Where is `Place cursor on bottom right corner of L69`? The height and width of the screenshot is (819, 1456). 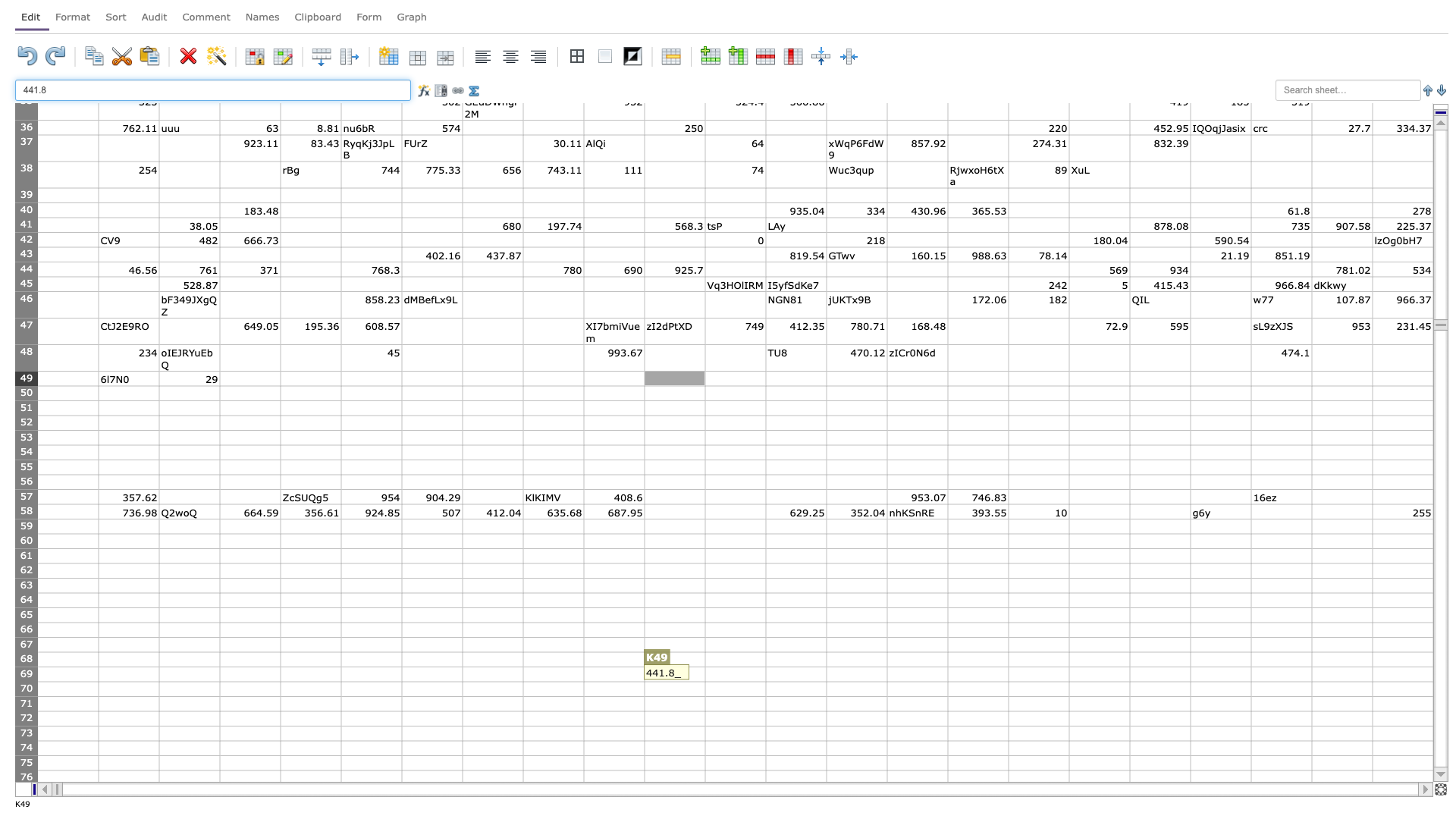 Place cursor on bottom right corner of L69 is located at coordinates (765, 680).